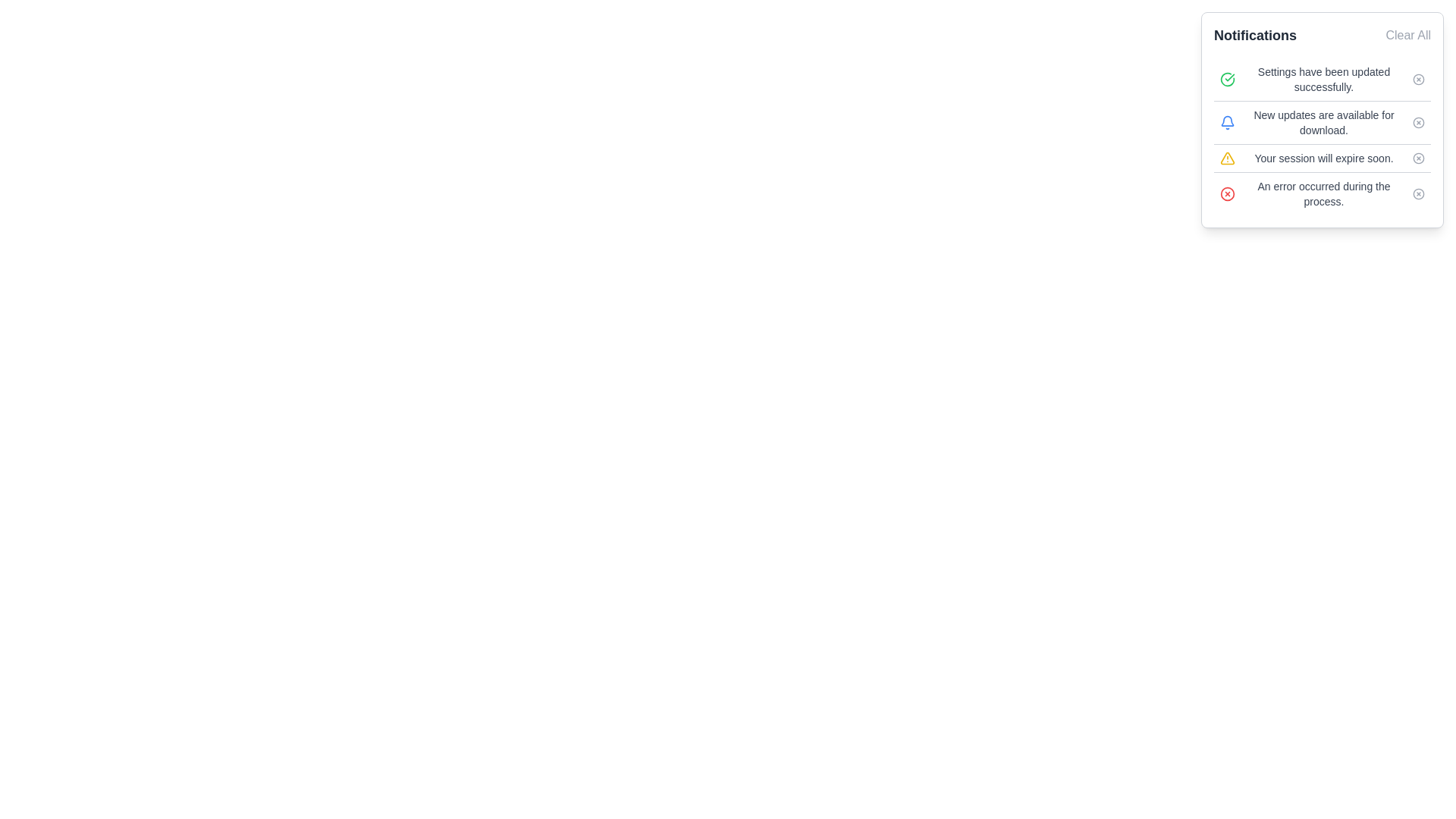  Describe the element at coordinates (1227, 122) in the screenshot. I see `the notification icon that signifies updates or alerts, located to the left of the informational text` at that location.